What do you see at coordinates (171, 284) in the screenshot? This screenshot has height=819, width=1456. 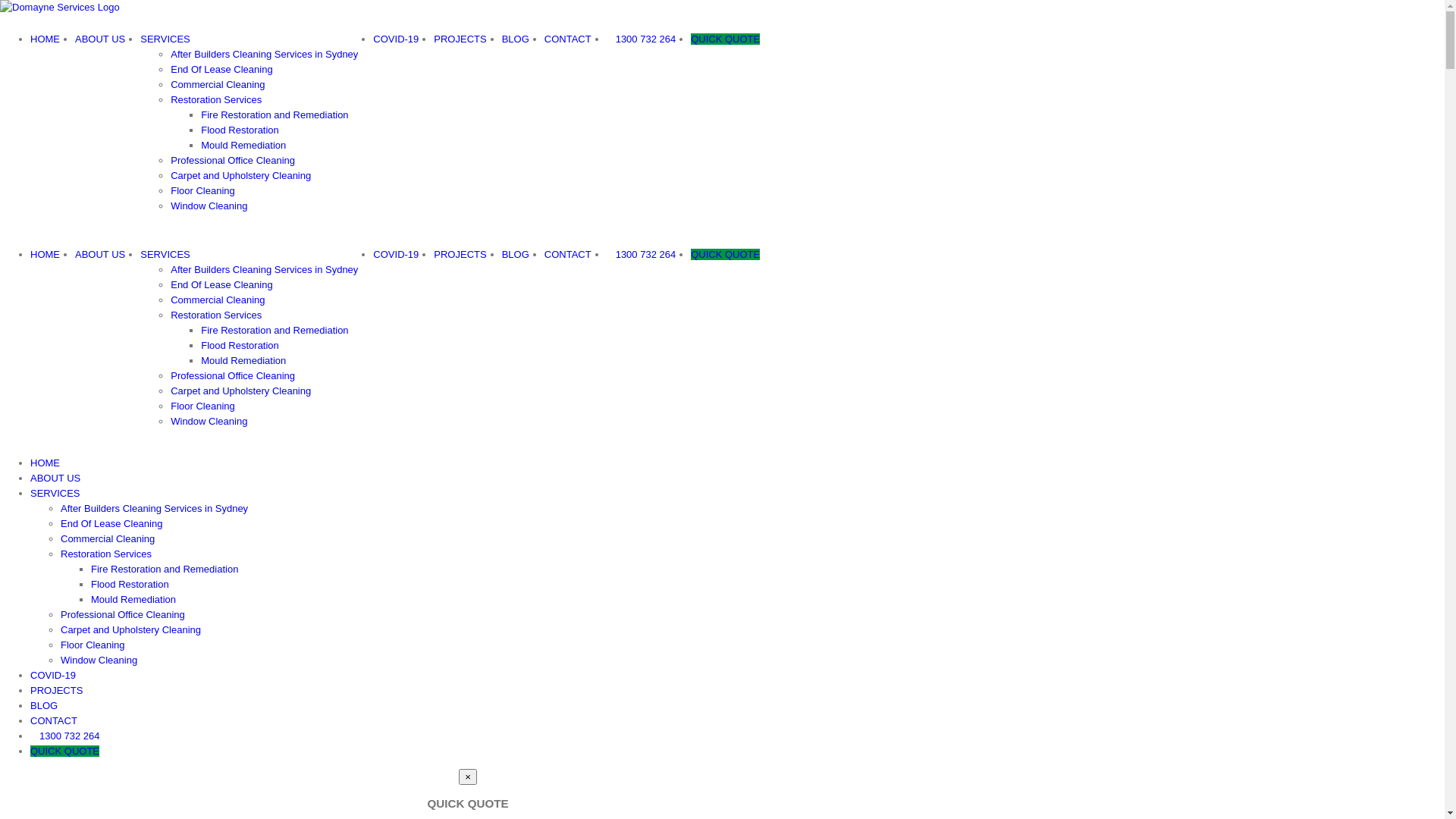 I see `'End Of Lease Cleaning'` at bounding box center [171, 284].